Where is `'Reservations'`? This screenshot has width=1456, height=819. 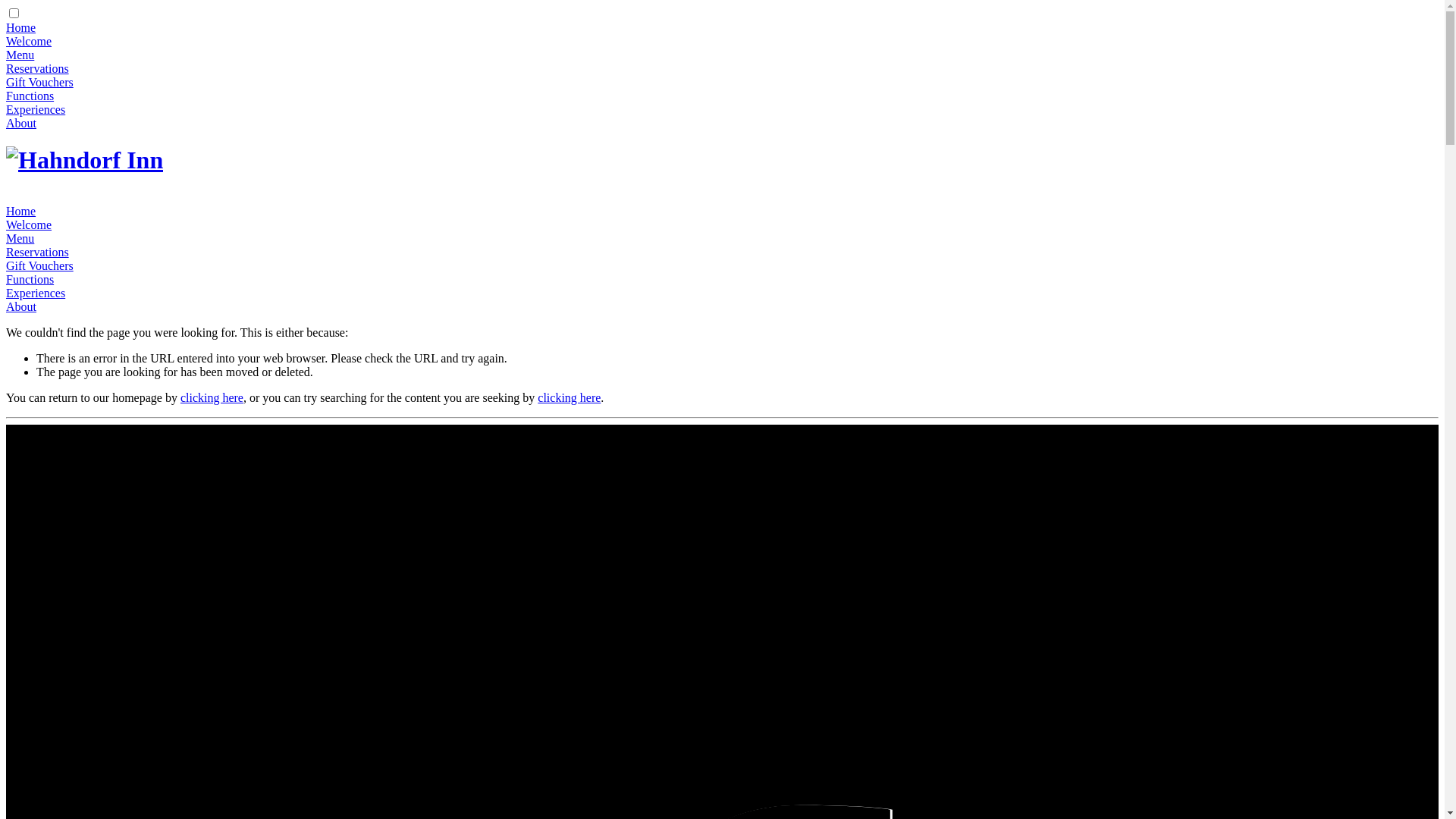
'Reservations' is located at coordinates (37, 251).